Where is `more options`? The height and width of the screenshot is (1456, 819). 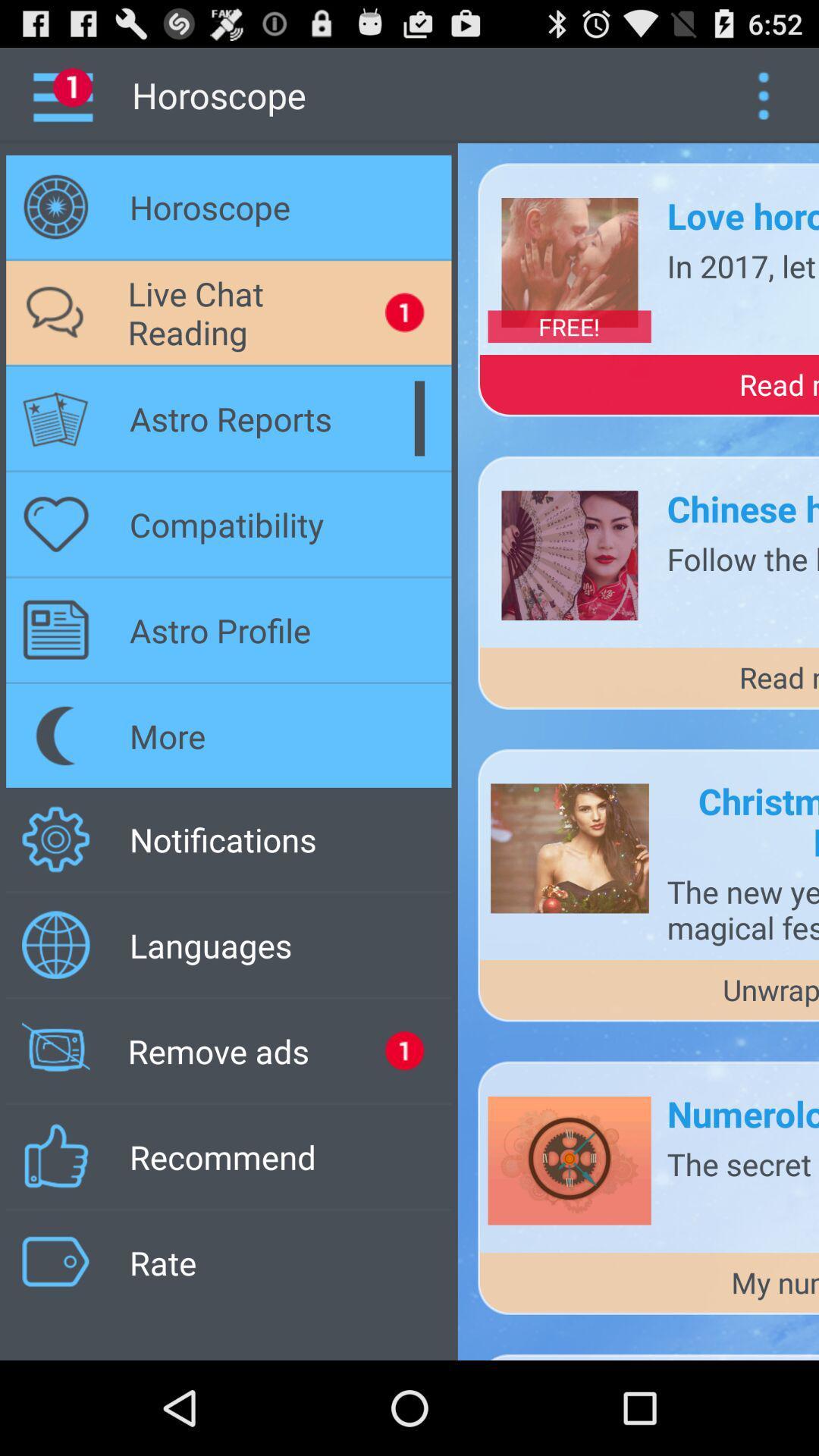
more options is located at coordinates (763, 94).